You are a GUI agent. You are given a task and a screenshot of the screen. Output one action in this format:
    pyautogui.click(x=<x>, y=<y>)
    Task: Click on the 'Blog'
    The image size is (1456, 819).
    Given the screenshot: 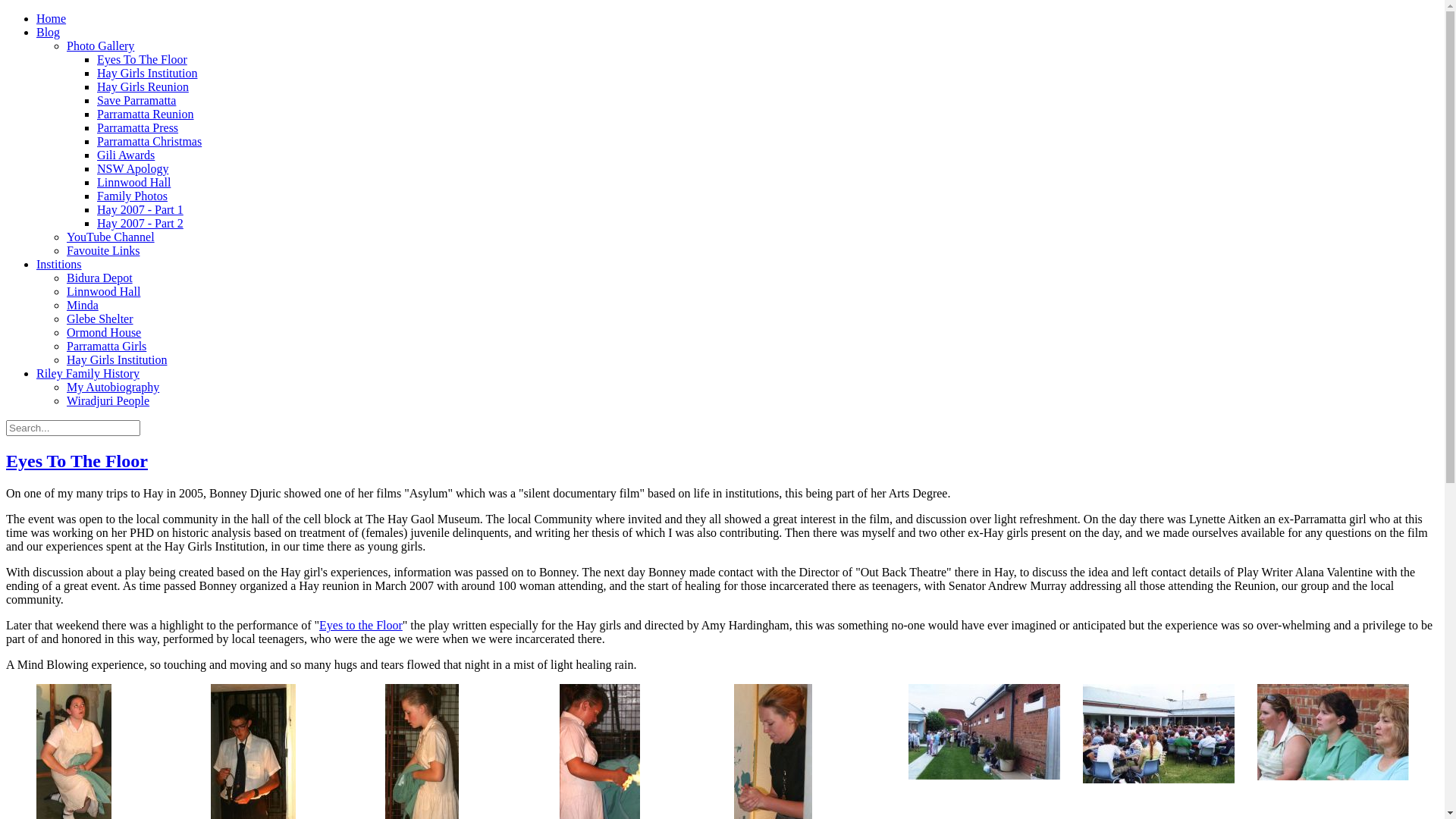 What is the action you would take?
    pyautogui.click(x=48, y=32)
    